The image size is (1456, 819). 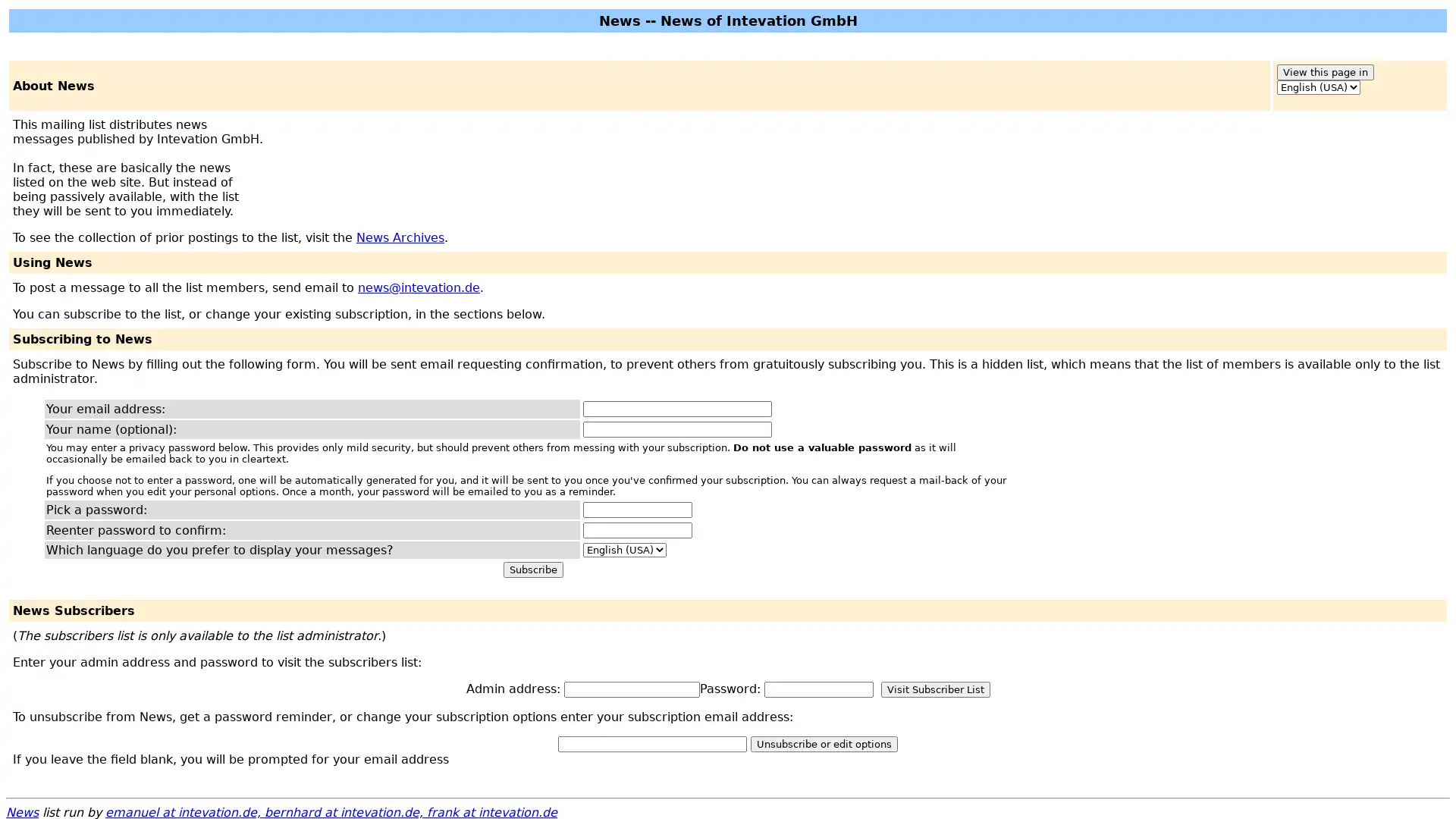 What do you see at coordinates (1324, 72) in the screenshot?
I see `View this page in` at bounding box center [1324, 72].